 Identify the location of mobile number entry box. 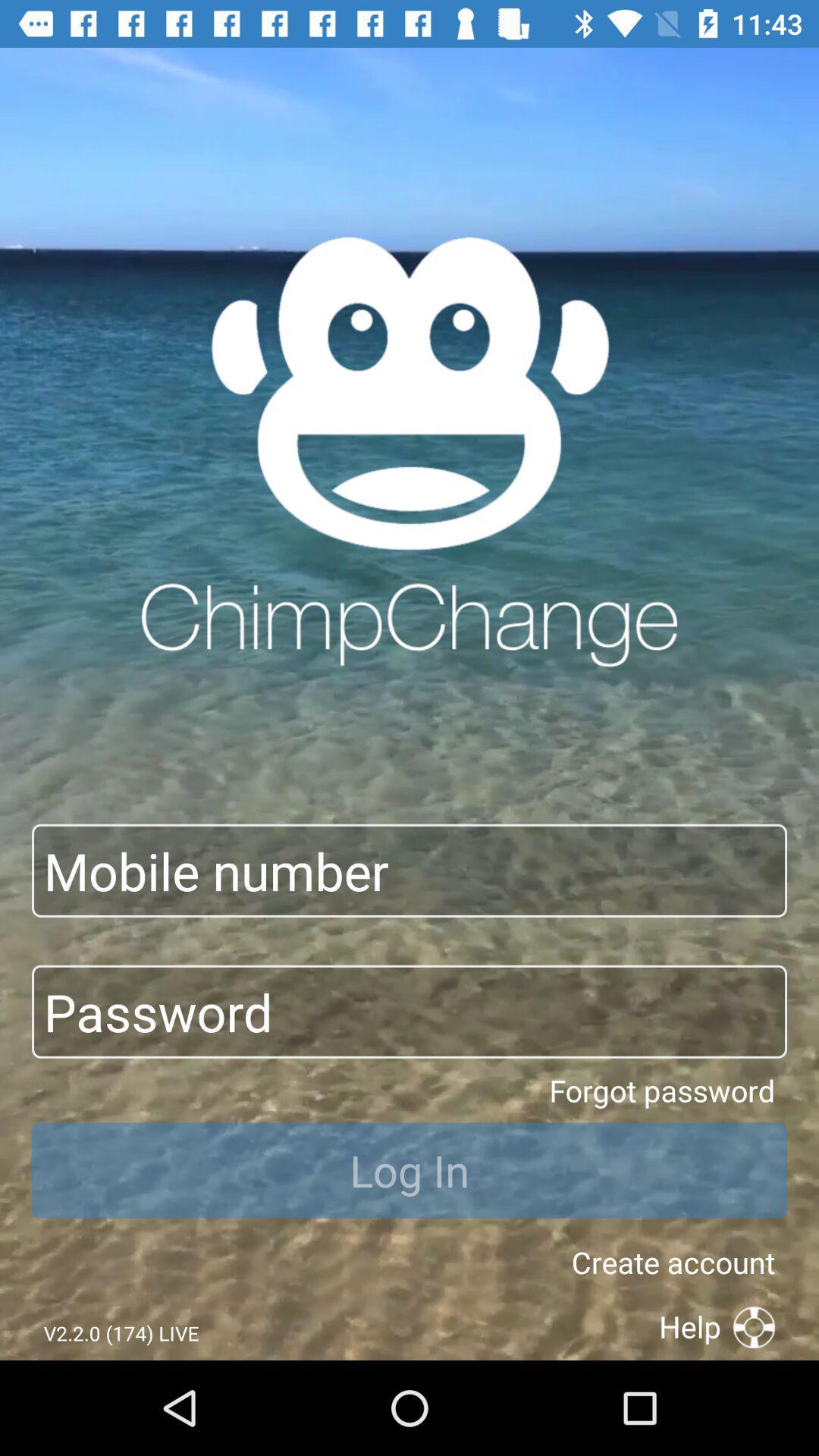
(409, 871).